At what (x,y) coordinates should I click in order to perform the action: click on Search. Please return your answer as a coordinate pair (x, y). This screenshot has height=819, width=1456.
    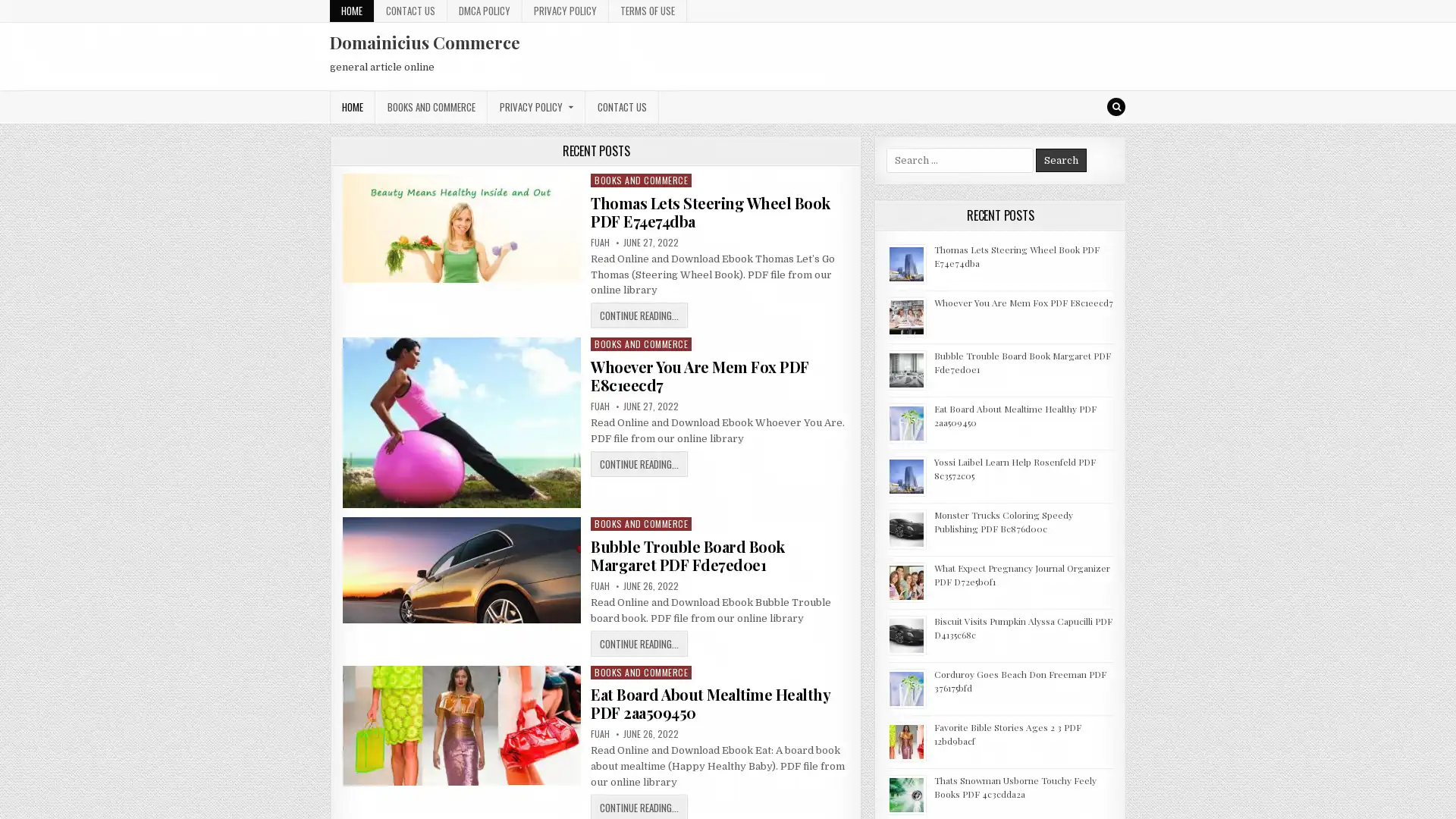
    Looking at the image, I should click on (1060, 160).